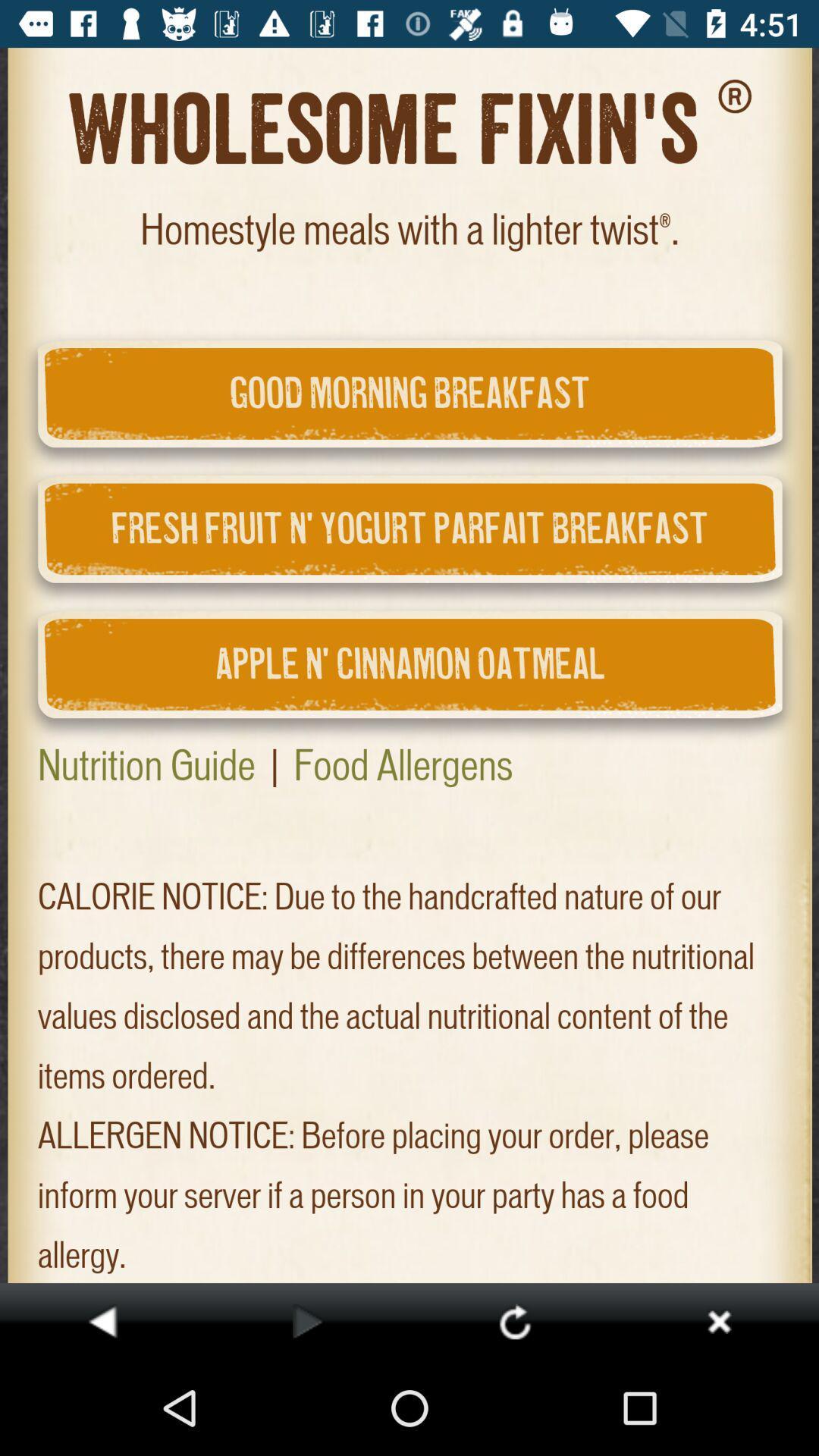 The height and width of the screenshot is (1456, 819). What do you see at coordinates (514, 1320) in the screenshot?
I see `retry` at bounding box center [514, 1320].